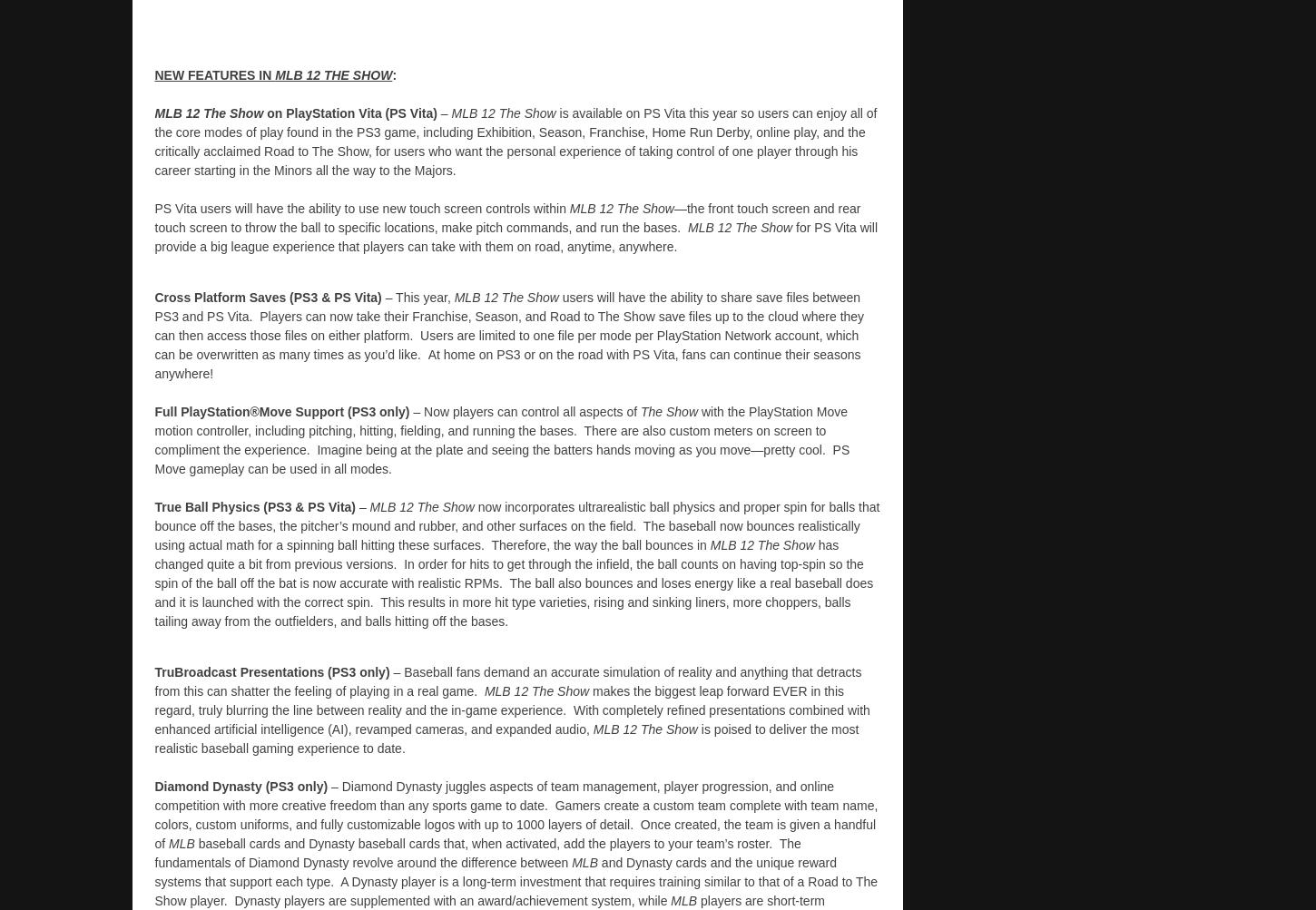 This screenshot has height=910, width=1316. What do you see at coordinates (152, 851) in the screenshot?
I see `'baseball cards and Dynasty baseball cards that, when activated, add the players to your team’s roster.  The fundamentals of Diamond Dynasty revolve around the difference between'` at bounding box center [152, 851].